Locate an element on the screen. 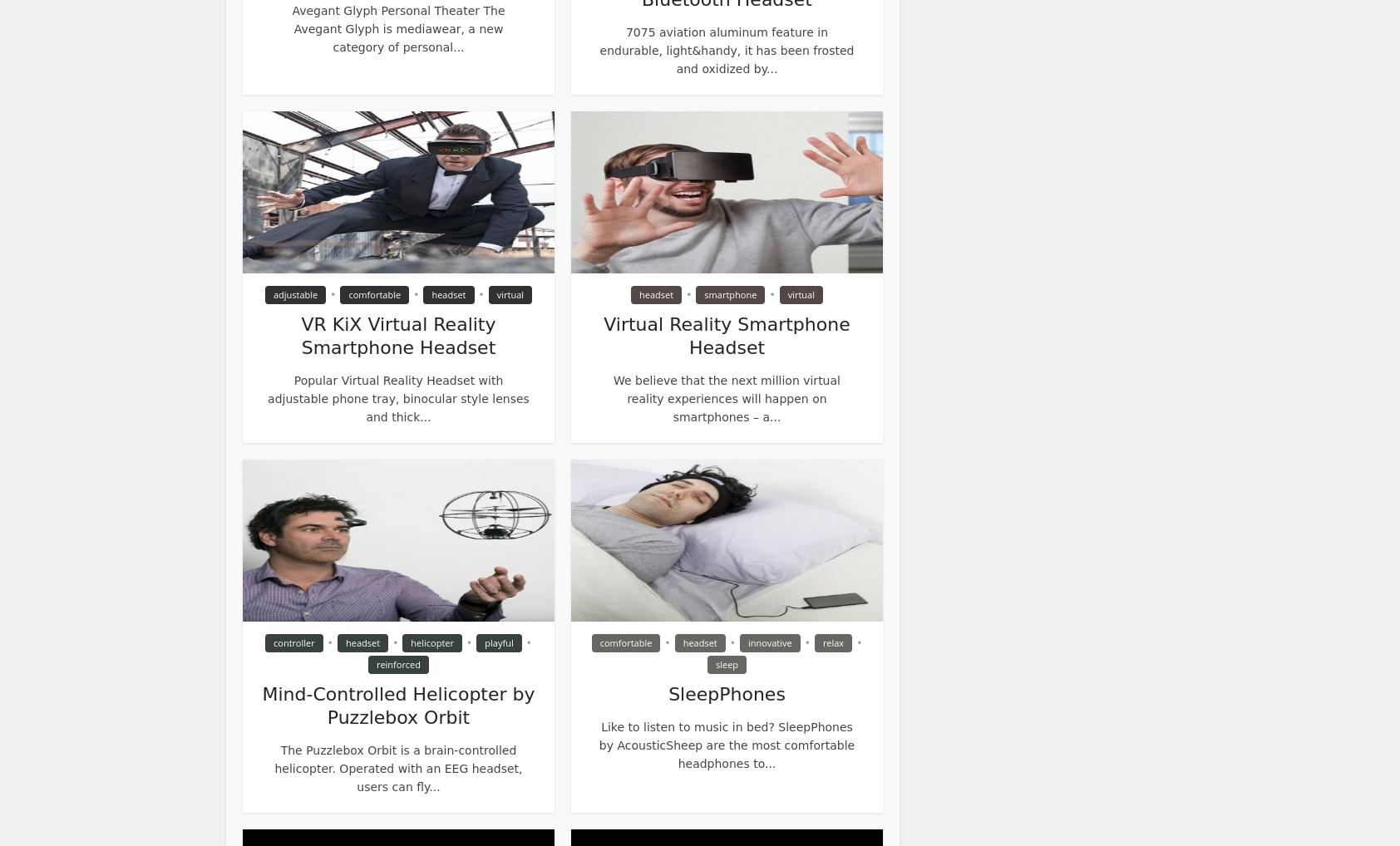  'reinforced' is located at coordinates (397, 664).